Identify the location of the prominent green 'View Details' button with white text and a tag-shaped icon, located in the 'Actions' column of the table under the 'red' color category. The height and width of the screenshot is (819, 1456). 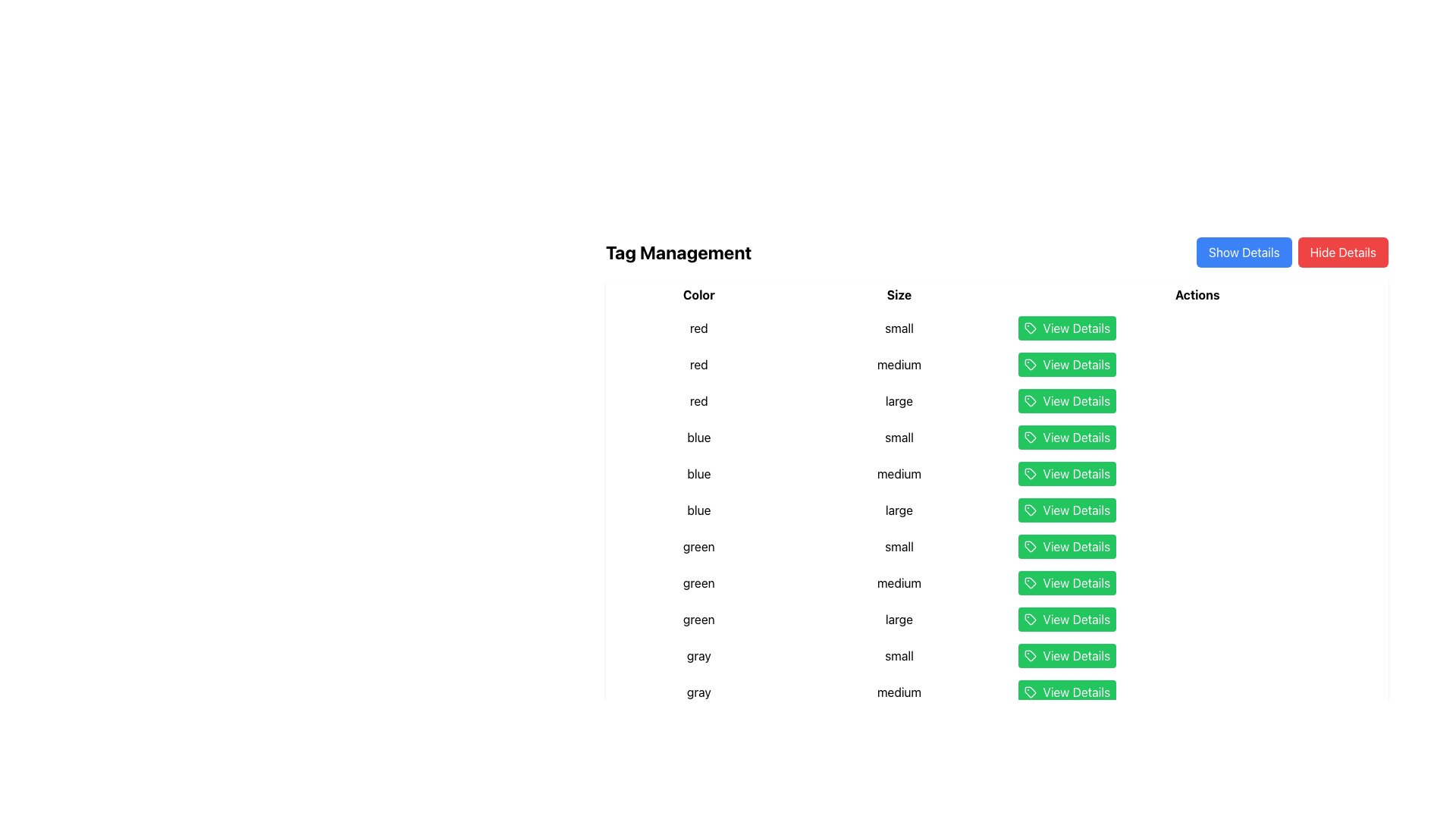
(1066, 400).